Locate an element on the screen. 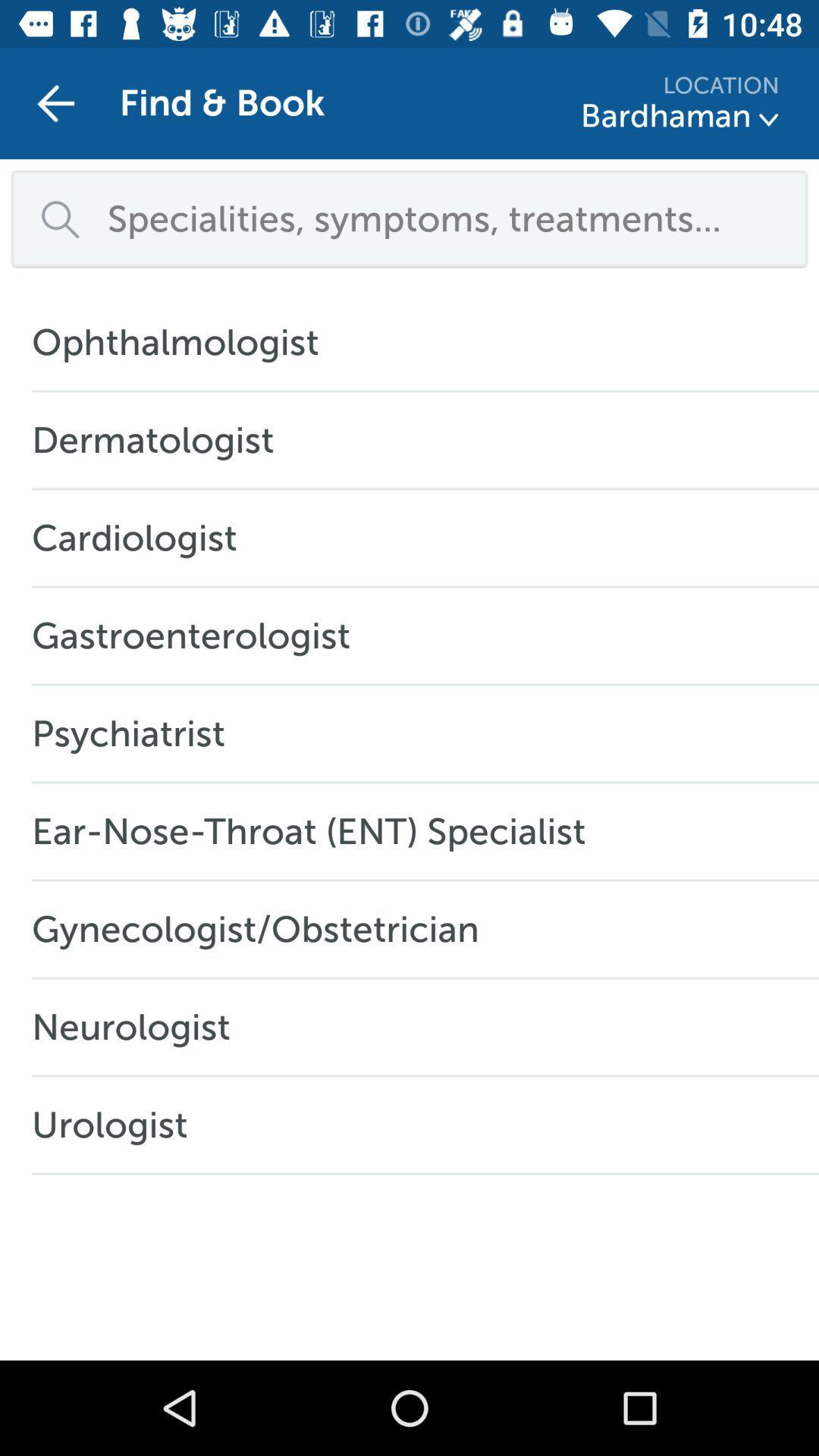  the icon above gastroenterologist item is located at coordinates (142, 538).